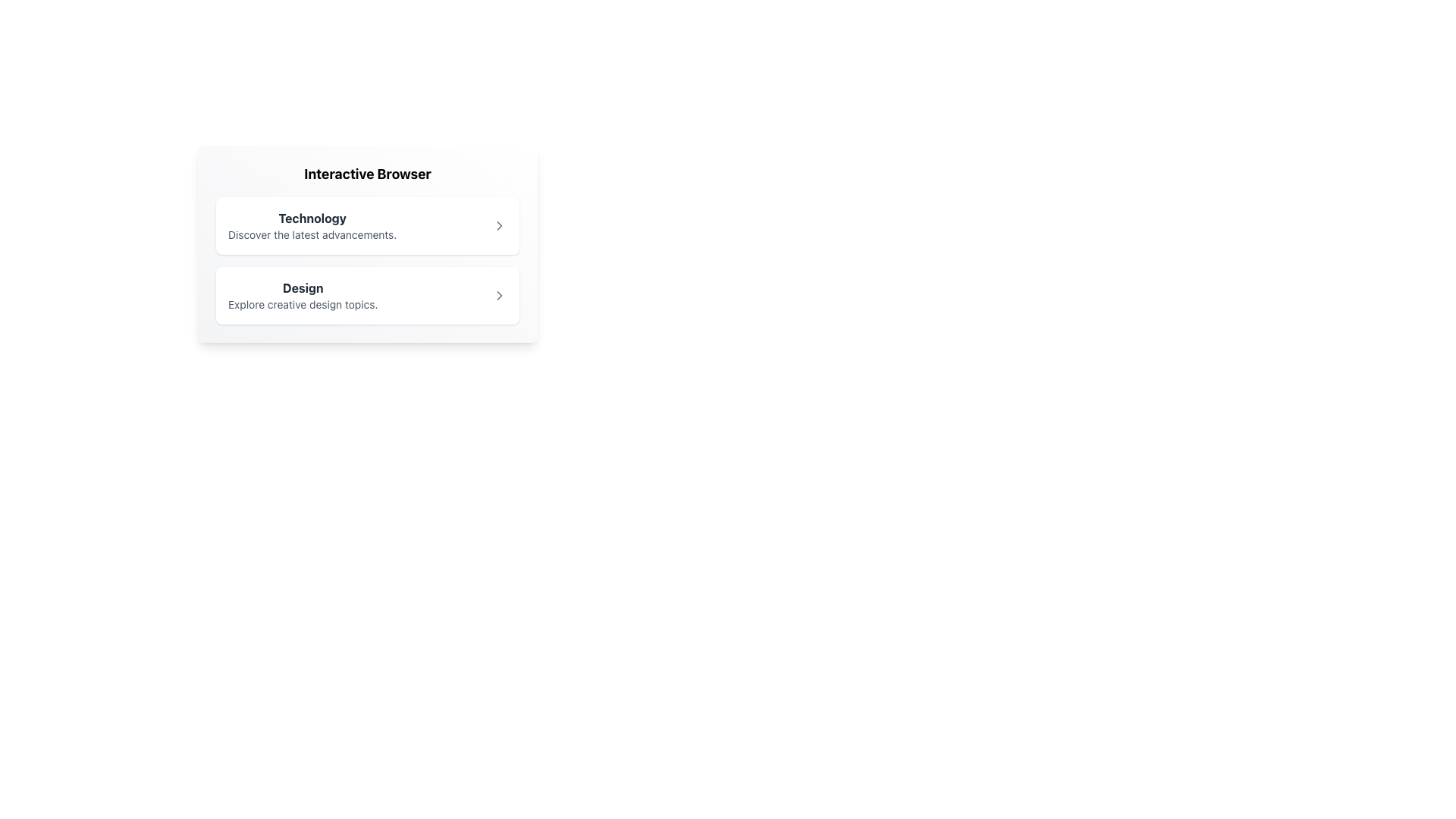 Image resolution: width=1456 pixels, height=819 pixels. What do you see at coordinates (367, 259) in the screenshot?
I see `the 'Technology' section of the interactive items styled as cards or buttons` at bounding box center [367, 259].